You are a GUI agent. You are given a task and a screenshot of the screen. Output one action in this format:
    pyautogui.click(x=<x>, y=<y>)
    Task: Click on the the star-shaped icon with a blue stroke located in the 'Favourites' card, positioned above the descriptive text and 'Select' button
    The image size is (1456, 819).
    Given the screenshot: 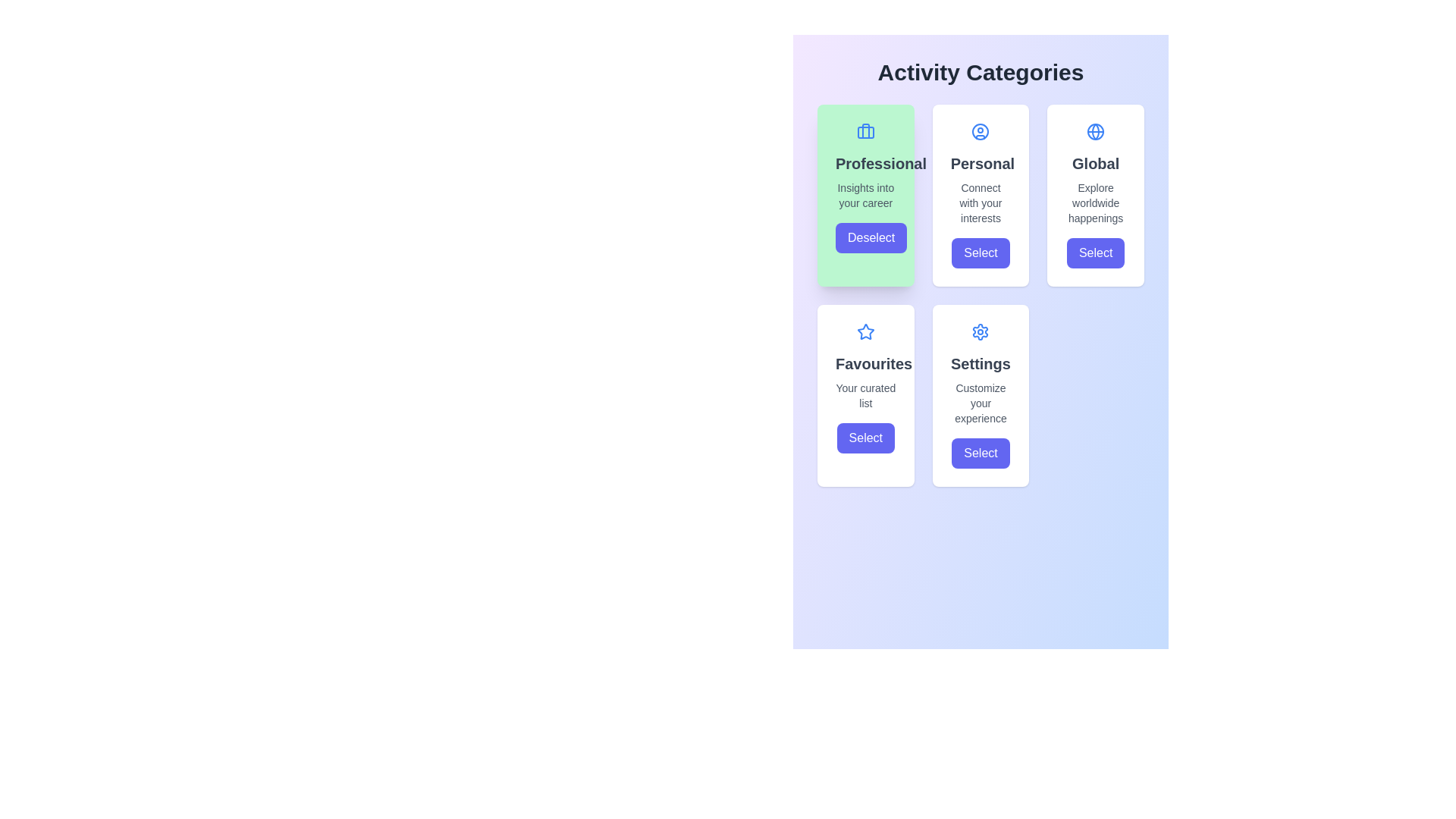 What is the action you would take?
    pyautogui.click(x=865, y=331)
    